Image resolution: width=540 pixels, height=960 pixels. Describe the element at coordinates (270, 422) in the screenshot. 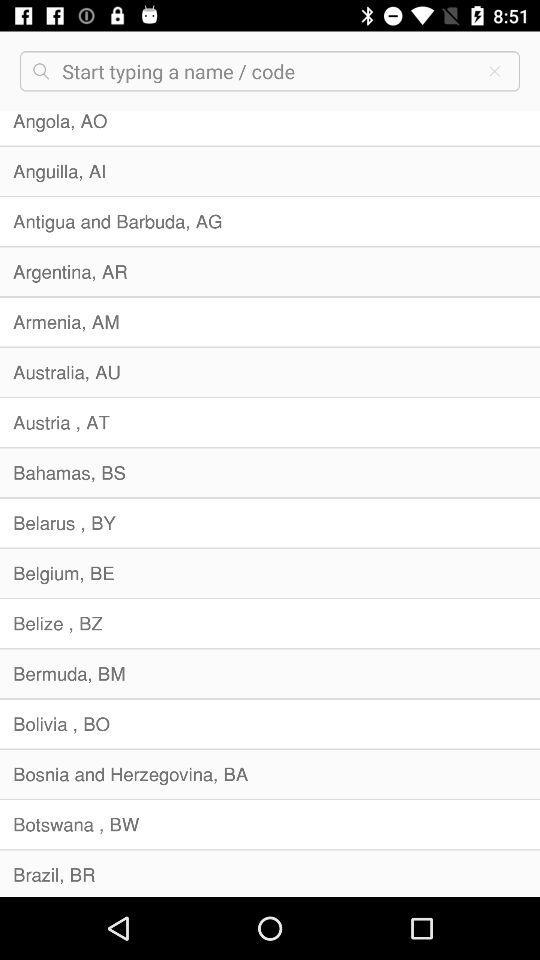

I see `icon below the australia, au icon` at that location.